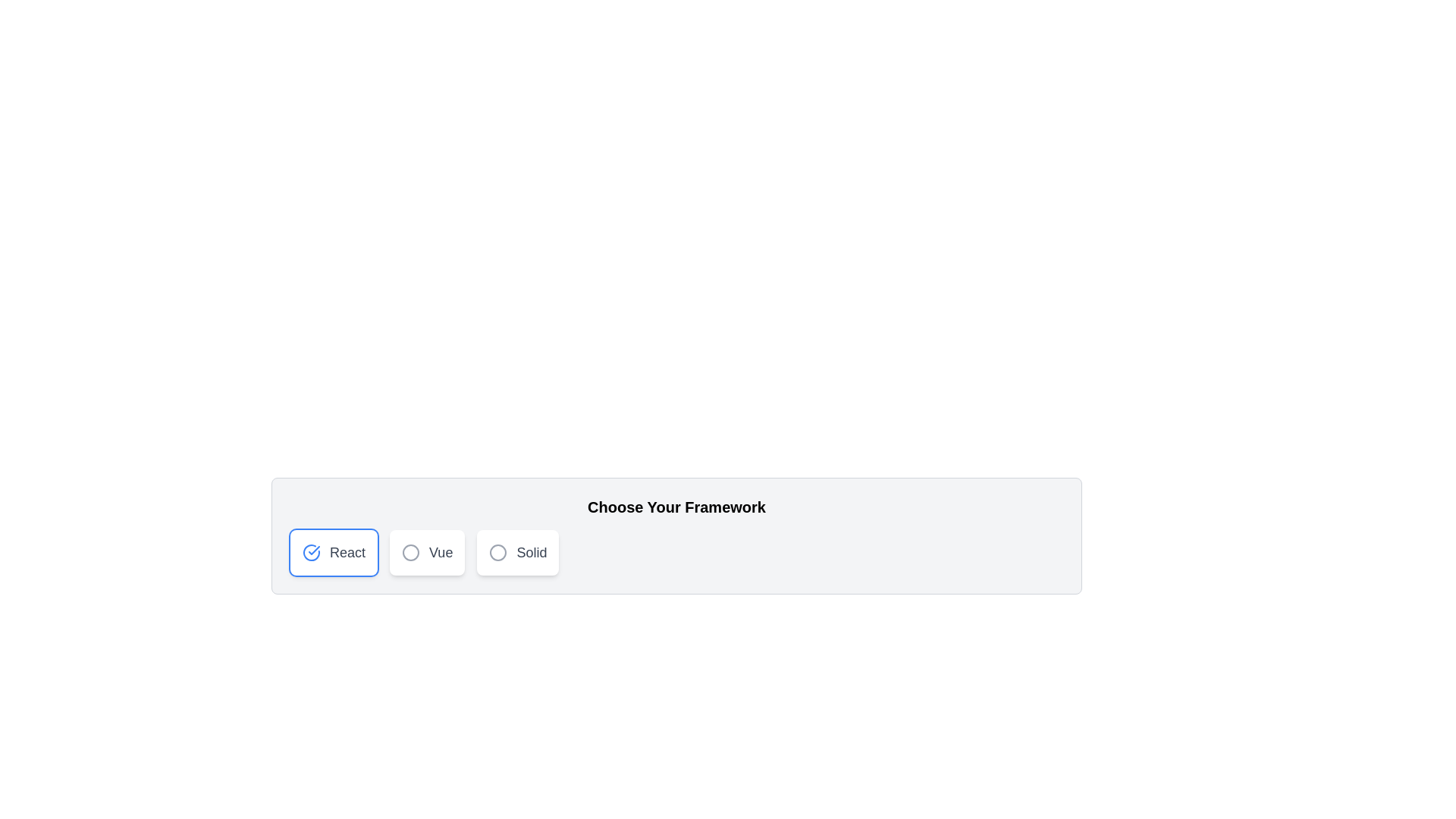 The height and width of the screenshot is (819, 1456). What do you see at coordinates (518, 553) in the screenshot?
I see `the 'Solid' button, which is a rectangular button with a white background and a gray circular icon followed by the text 'Solid' in bold, dark gray font, located at the far right of a group of three buttons labeled 'React', 'Vue', and 'Solid'` at bounding box center [518, 553].